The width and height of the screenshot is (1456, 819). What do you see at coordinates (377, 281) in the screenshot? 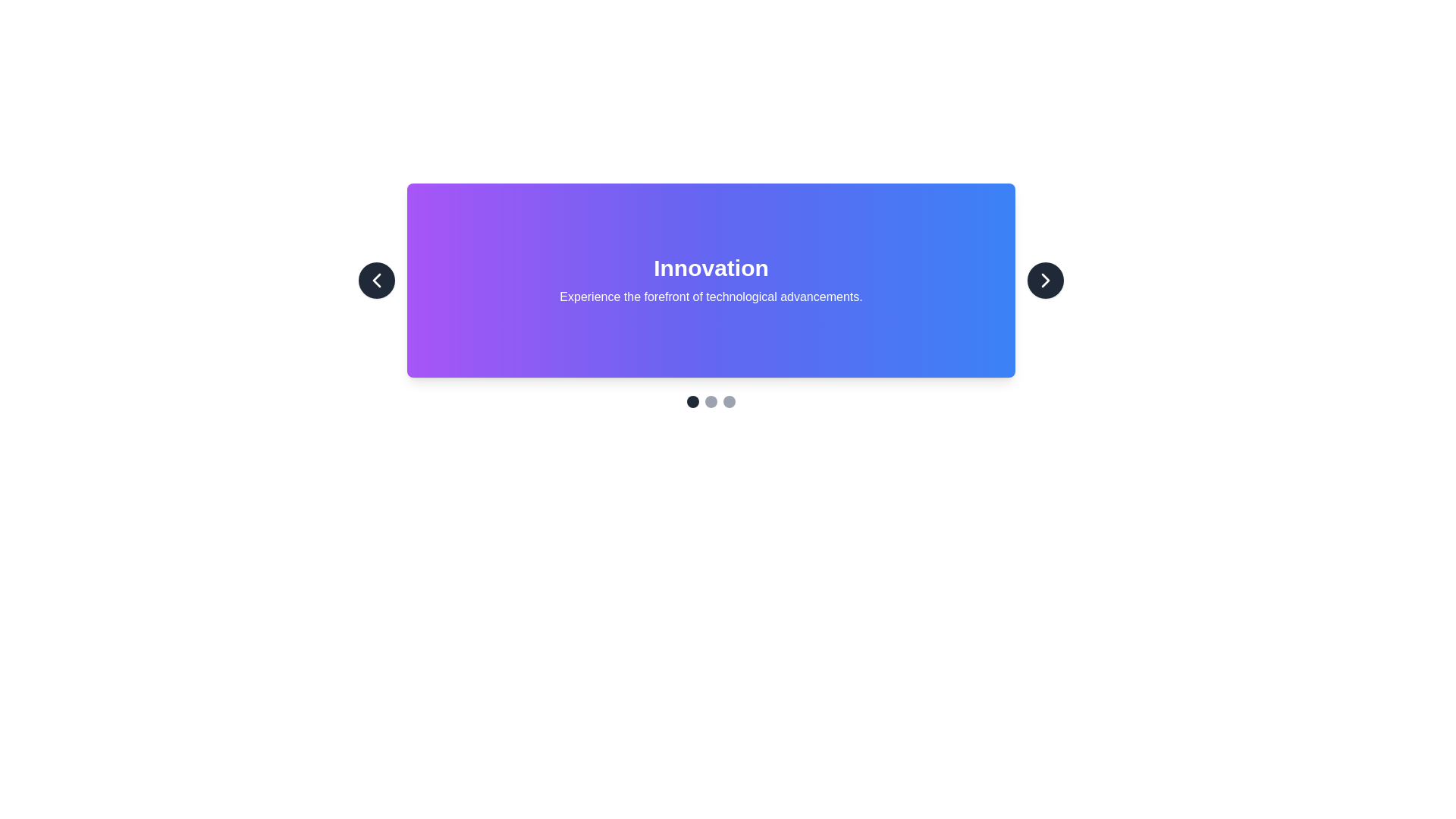
I see `the leftward-pointing chevron icon within the circular button located on the left side of the main rectangular card about innovation` at bounding box center [377, 281].